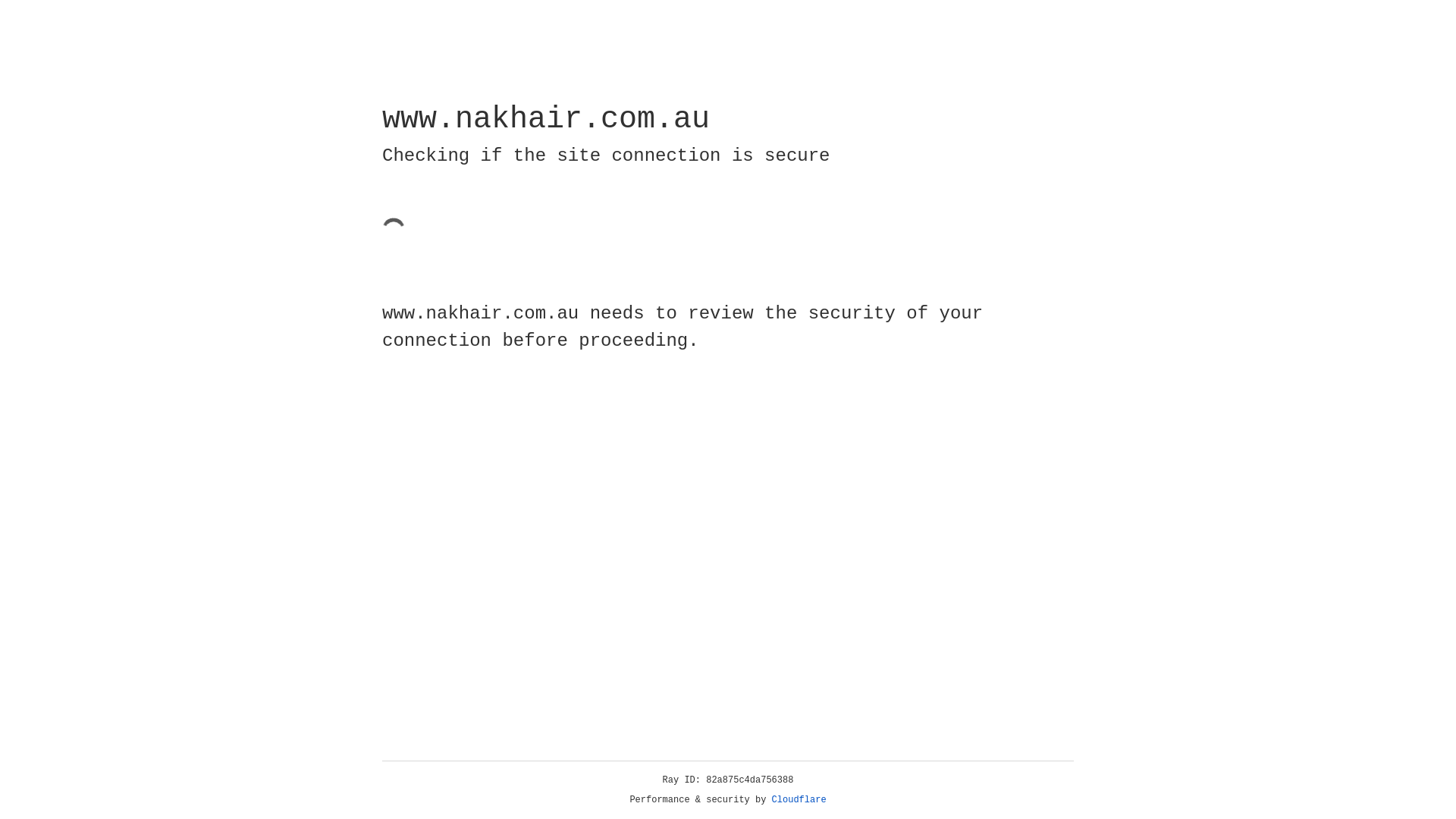  I want to click on 'Cloudflare', so click(799, 799).